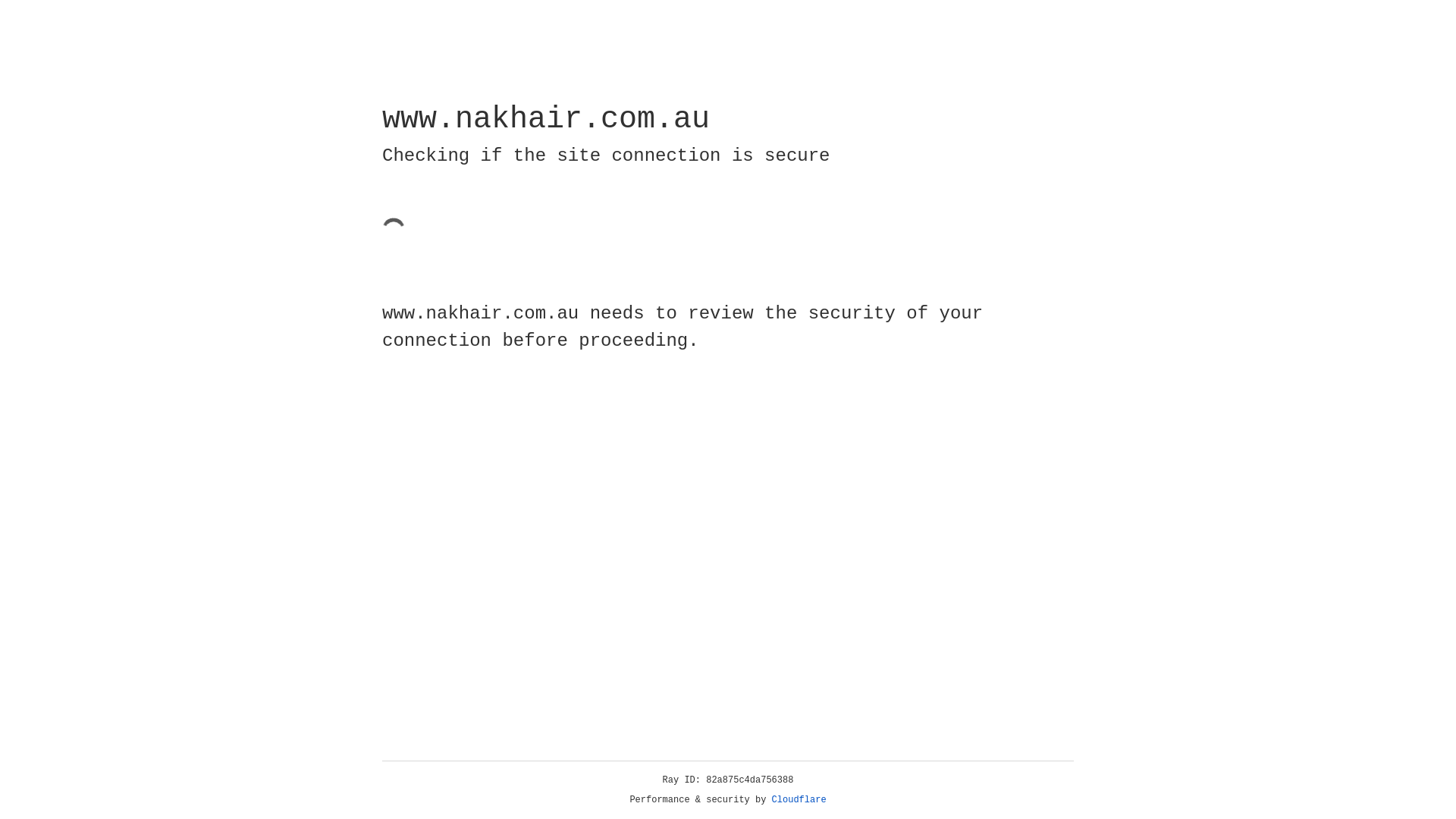  I want to click on 'Cloudflare', so click(799, 799).